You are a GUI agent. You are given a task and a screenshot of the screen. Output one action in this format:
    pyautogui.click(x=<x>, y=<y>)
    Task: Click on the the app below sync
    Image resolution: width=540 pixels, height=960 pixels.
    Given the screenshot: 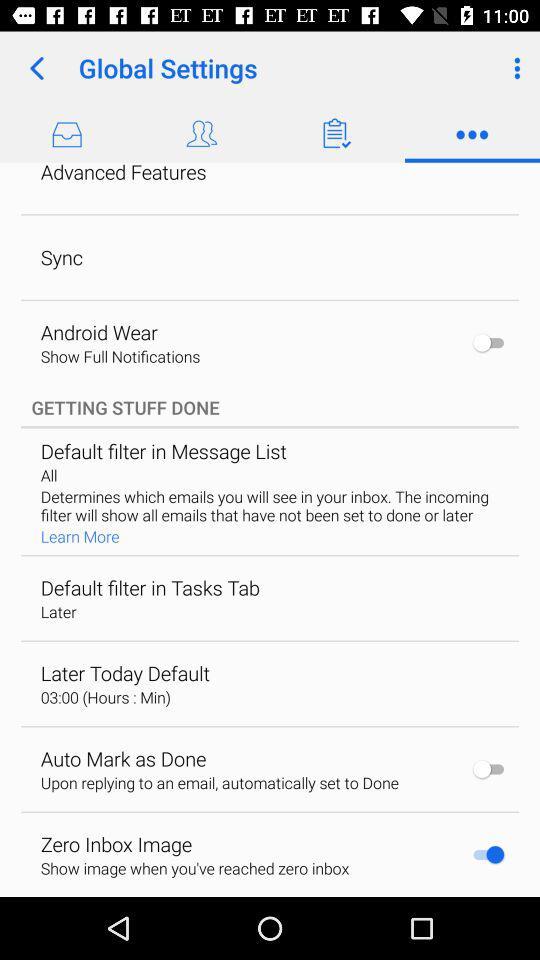 What is the action you would take?
    pyautogui.click(x=98, y=332)
    